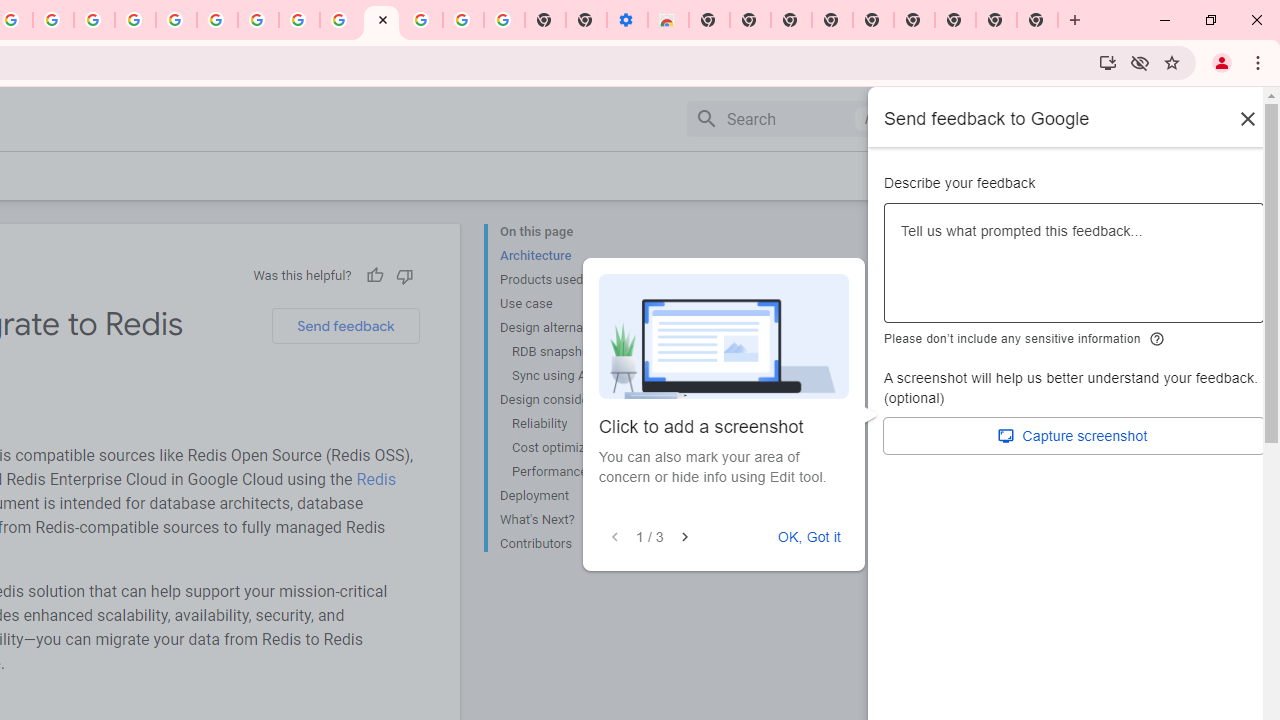  Describe the element at coordinates (1038, 20) in the screenshot. I see `'New Tab'` at that location.